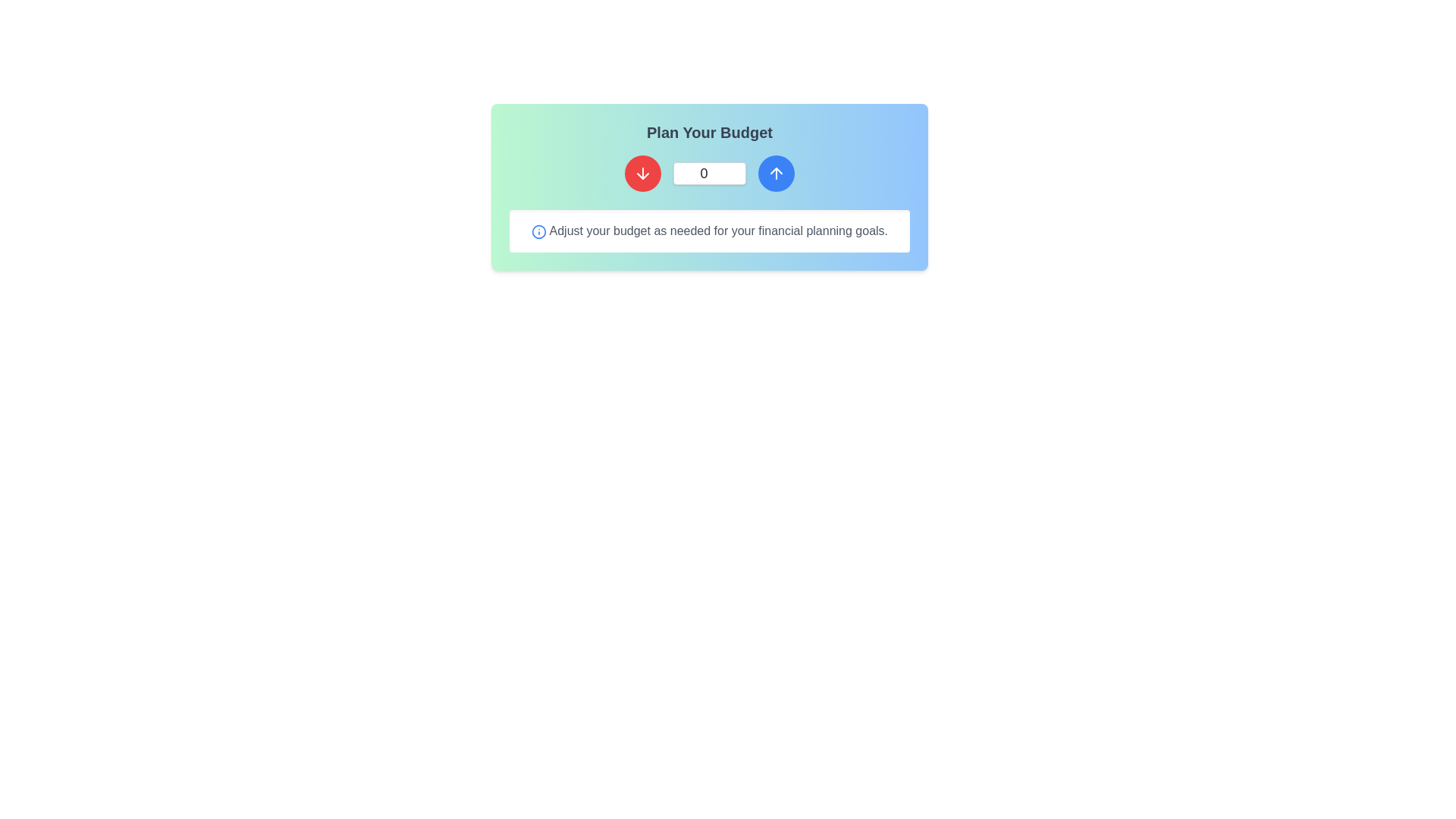 The width and height of the screenshot is (1456, 819). I want to click on the Number input field, so click(709, 172).